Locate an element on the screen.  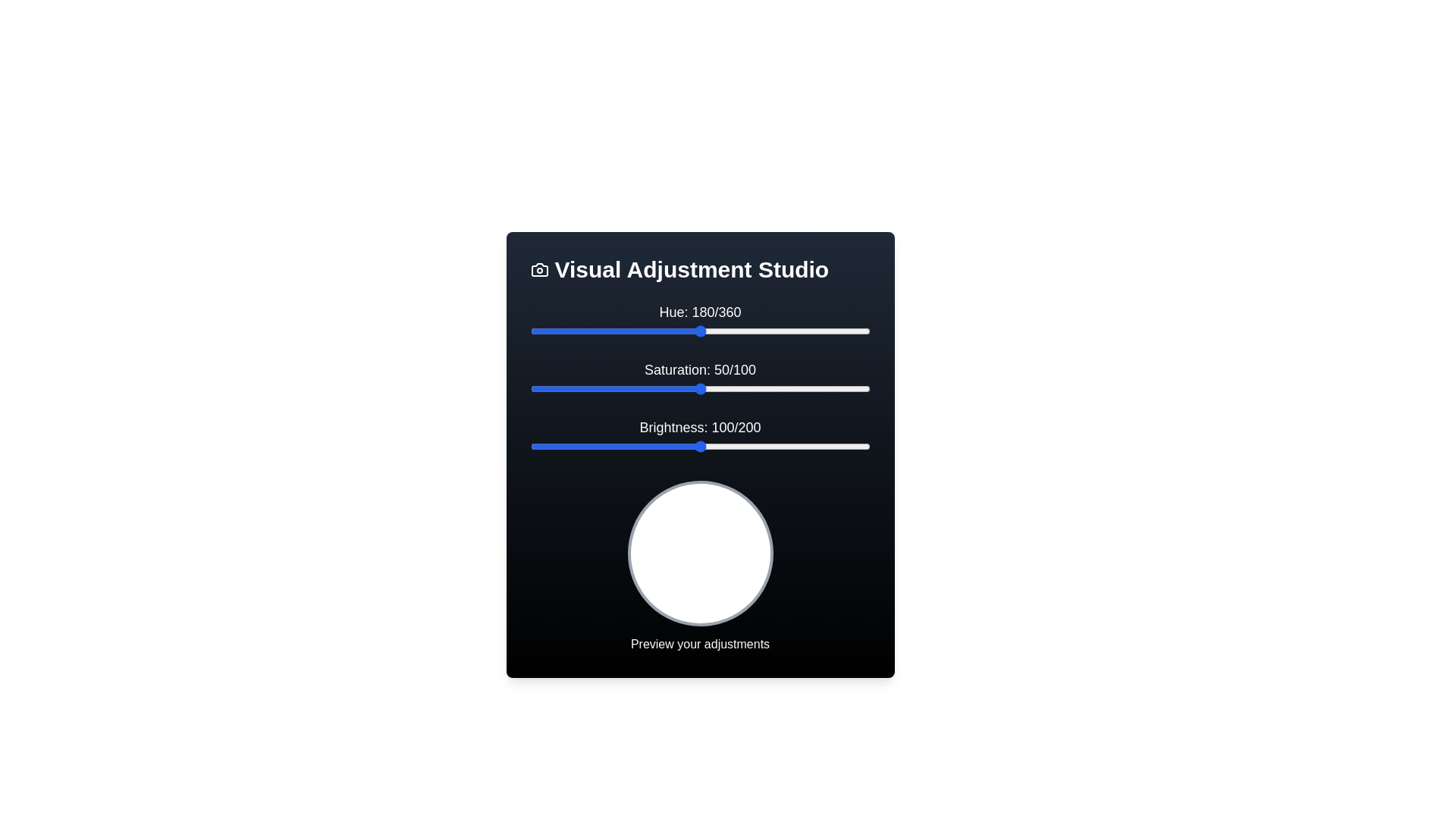
the 'Saturation' slider to 99 within its range is located at coordinates (866, 388).